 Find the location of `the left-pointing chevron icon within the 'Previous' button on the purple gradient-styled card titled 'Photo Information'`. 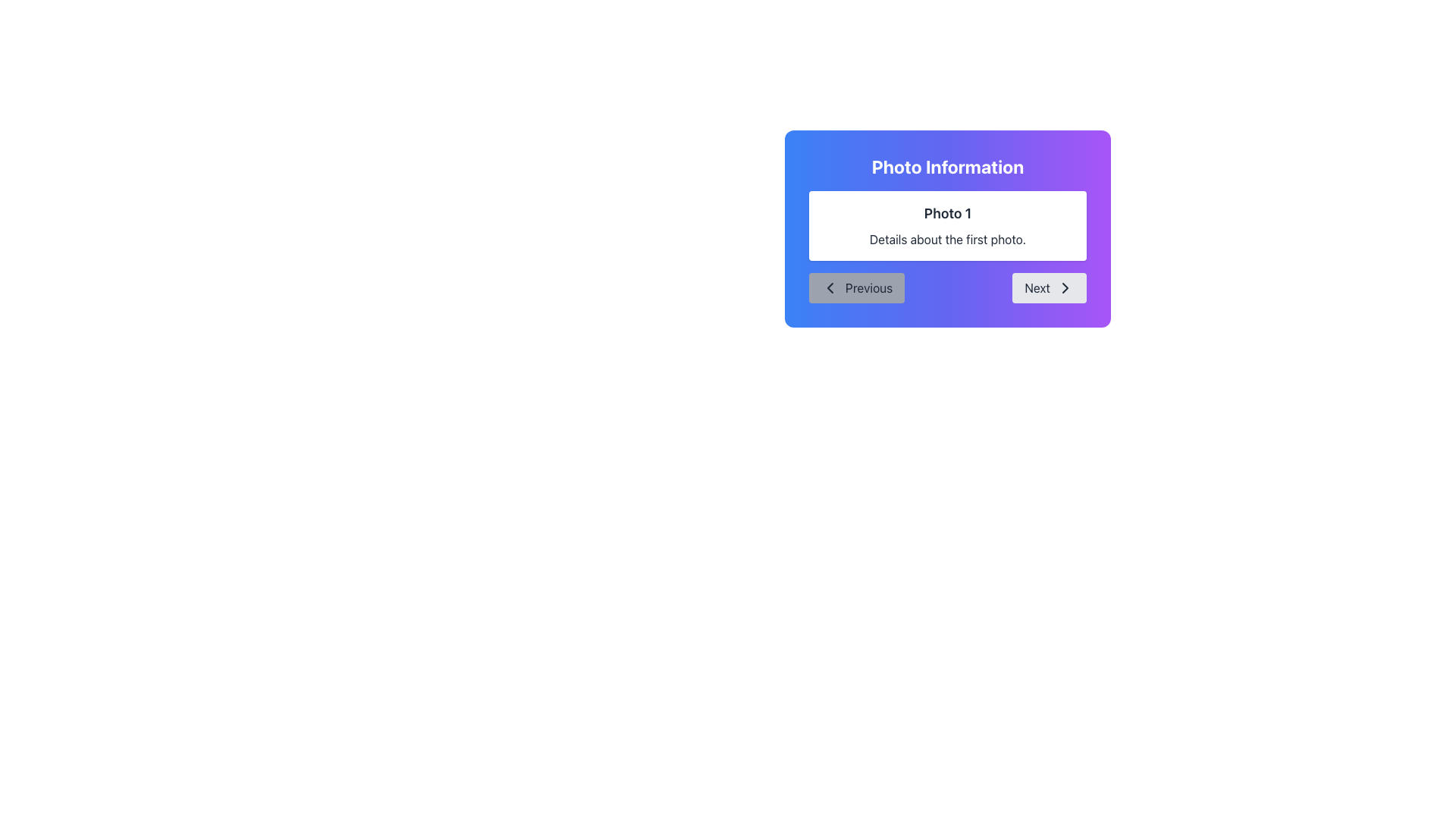

the left-pointing chevron icon within the 'Previous' button on the purple gradient-styled card titled 'Photo Information' is located at coordinates (829, 288).